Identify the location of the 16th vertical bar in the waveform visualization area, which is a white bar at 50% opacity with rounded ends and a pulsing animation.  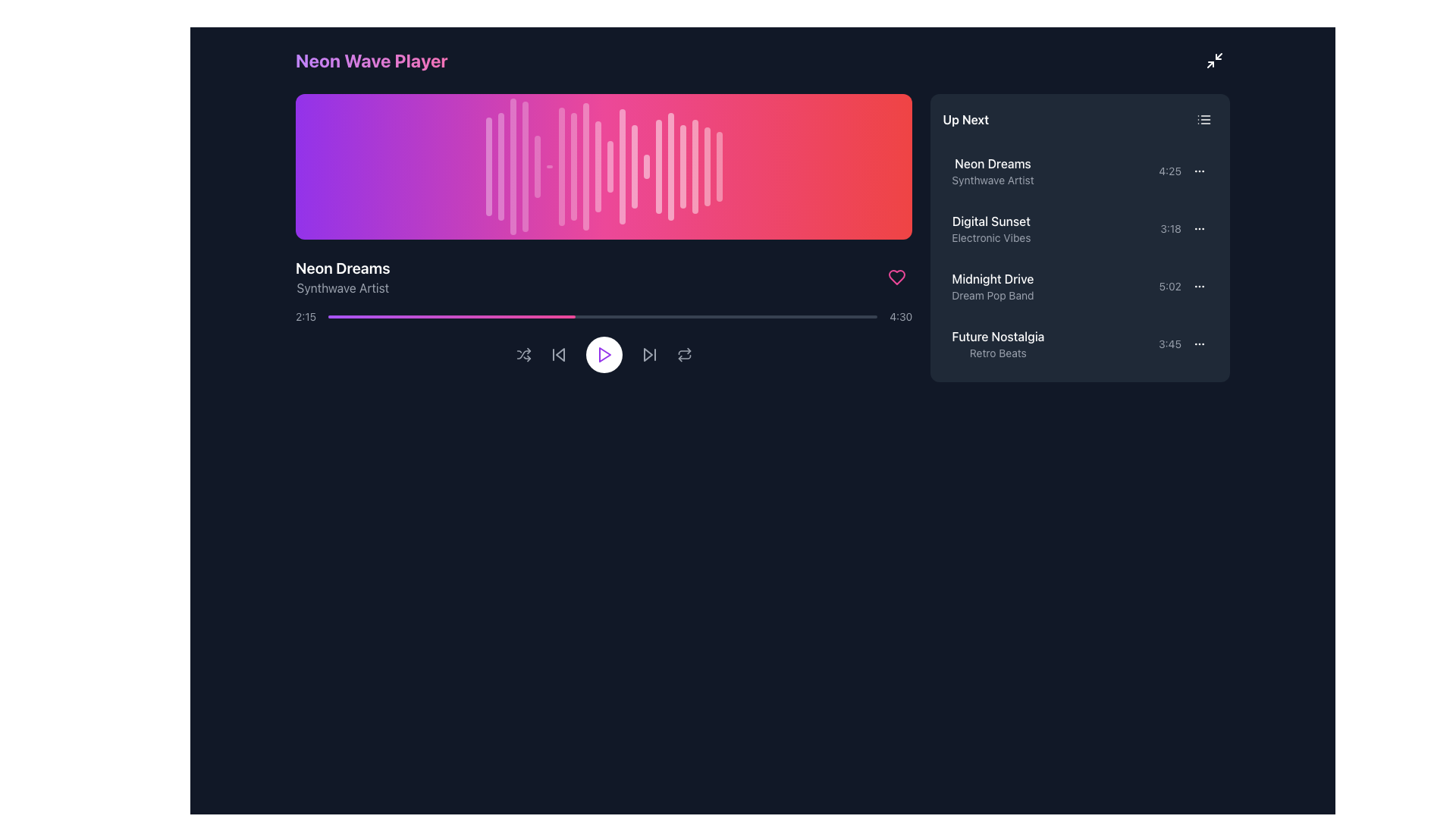
(670, 166).